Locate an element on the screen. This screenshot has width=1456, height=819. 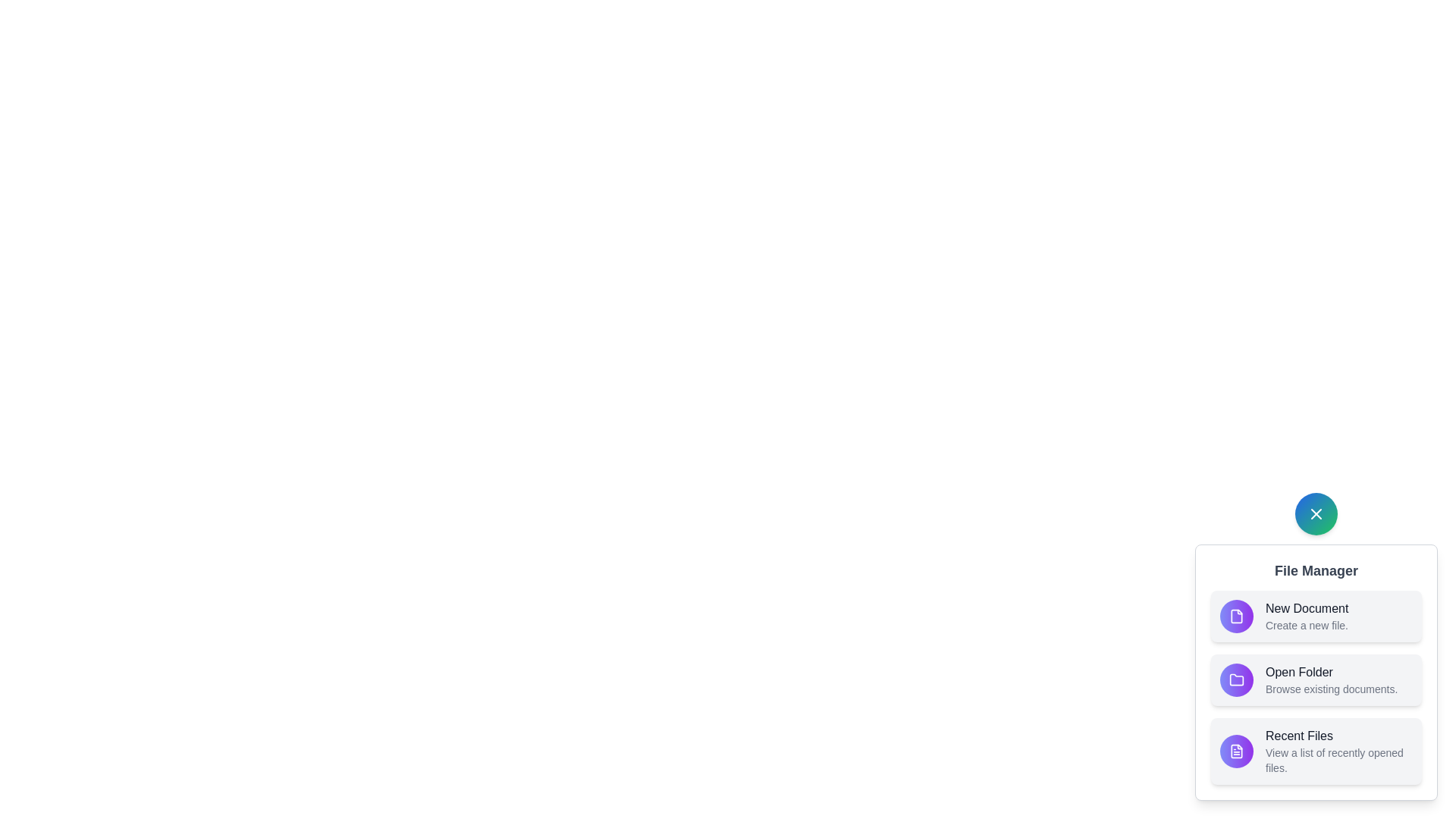
the 'Open Folder' option in the speed dial menu is located at coordinates (1316, 679).